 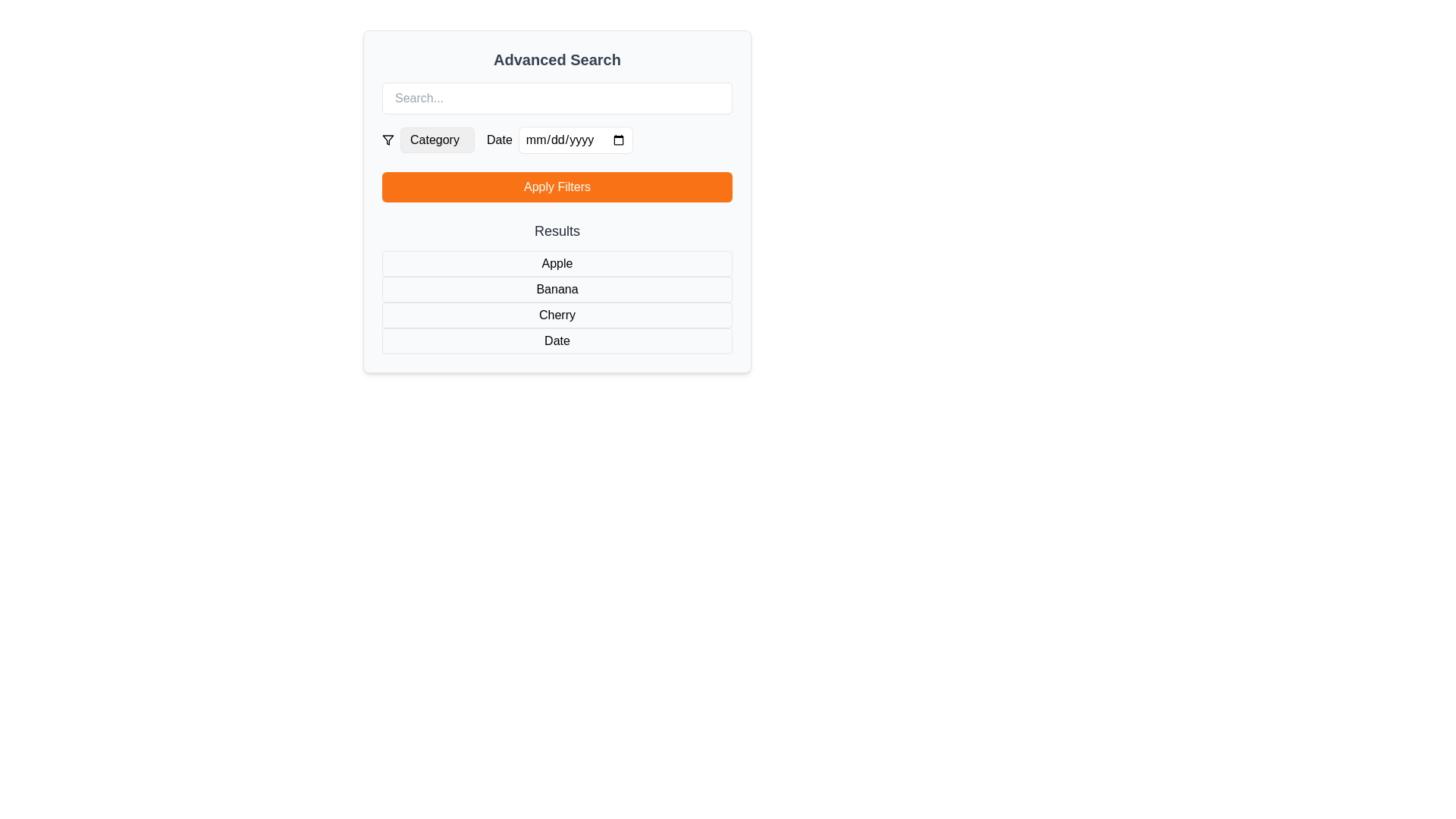 I want to click on the filtering icon located to the left of the 'Category' text and dropdown input, so click(x=388, y=140).